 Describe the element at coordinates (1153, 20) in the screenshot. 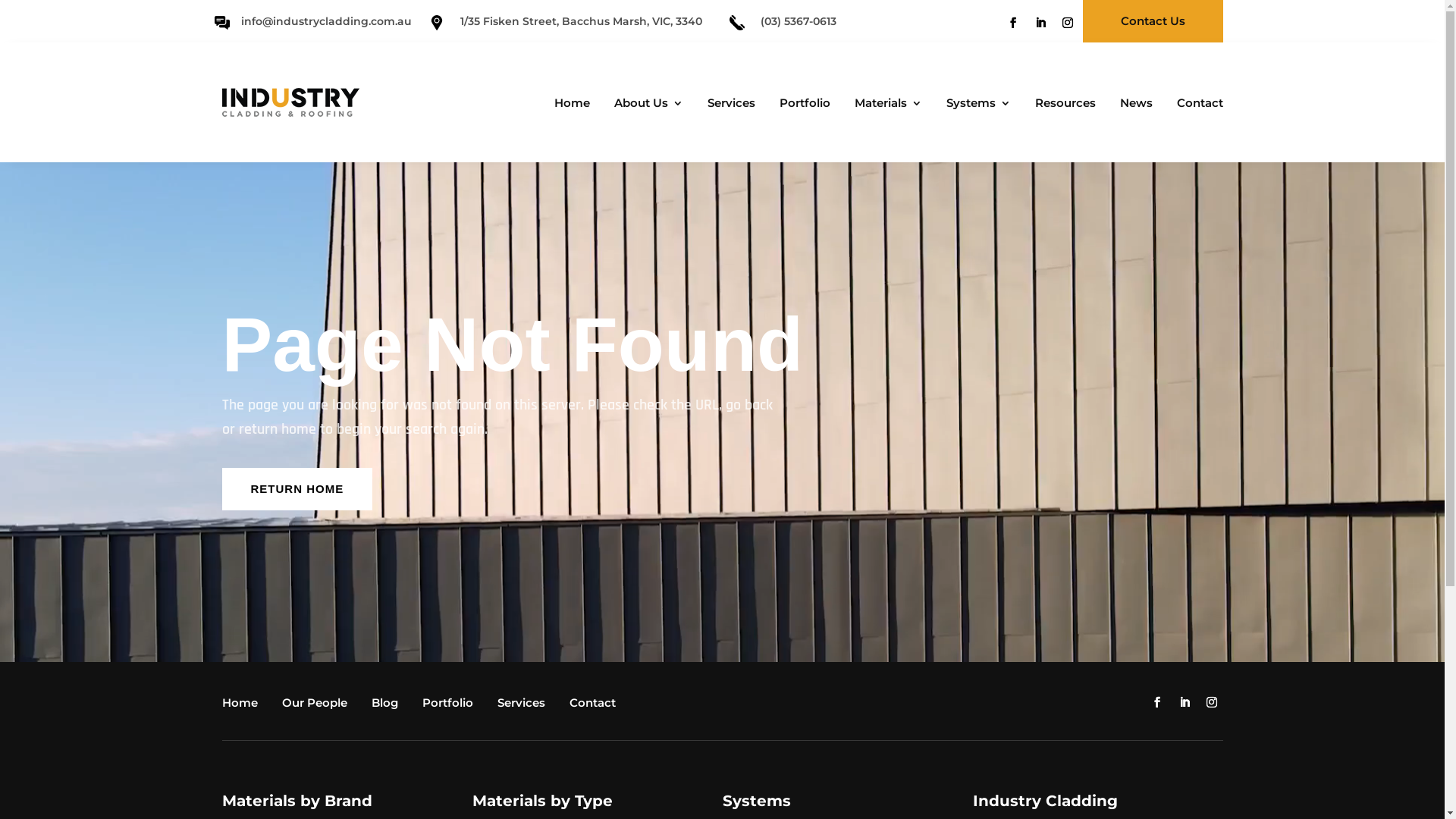

I see `'Contact Us'` at that location.